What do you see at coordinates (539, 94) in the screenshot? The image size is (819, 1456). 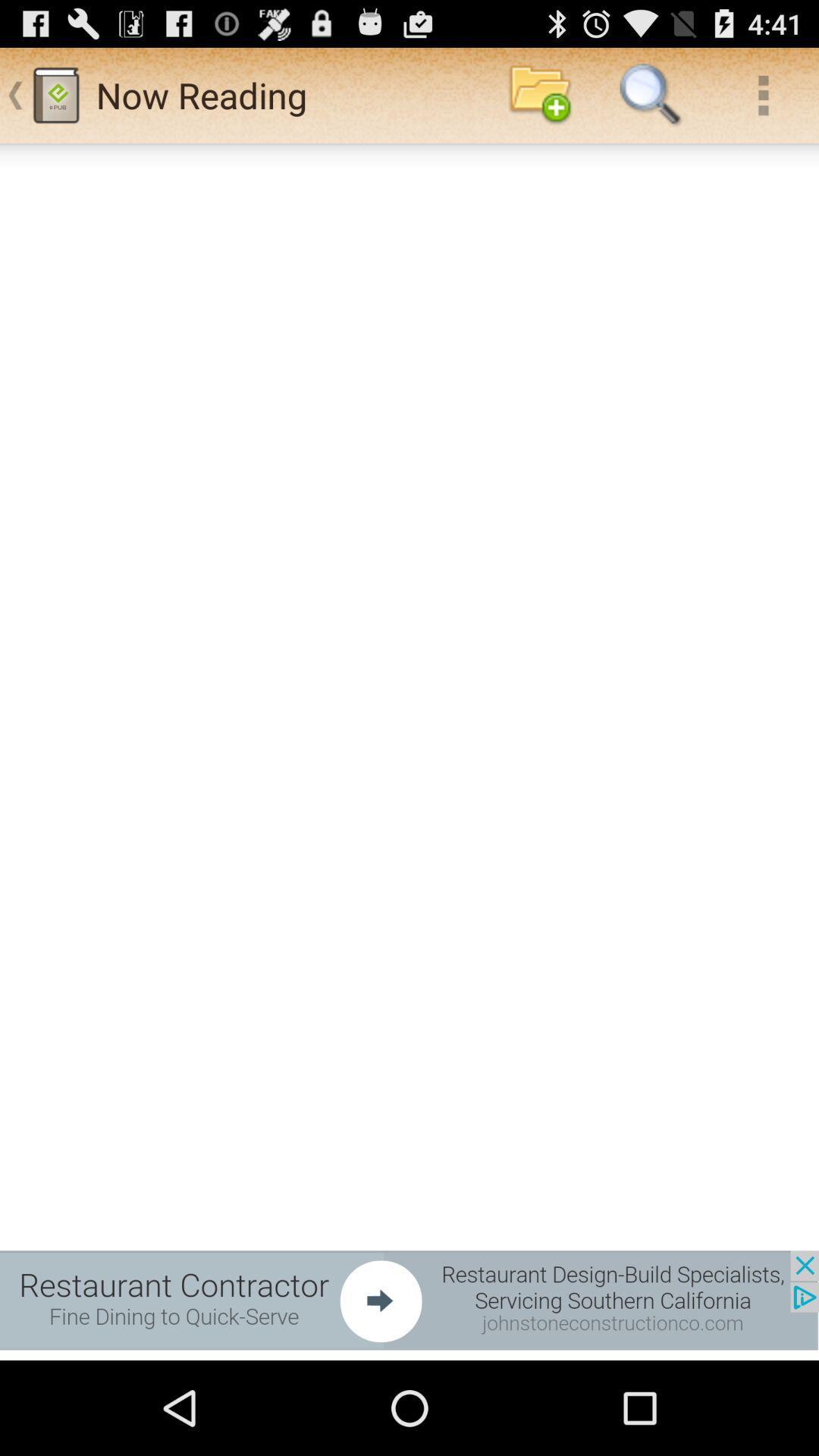 I see `icon at the top` at bounding box center [539, 94].